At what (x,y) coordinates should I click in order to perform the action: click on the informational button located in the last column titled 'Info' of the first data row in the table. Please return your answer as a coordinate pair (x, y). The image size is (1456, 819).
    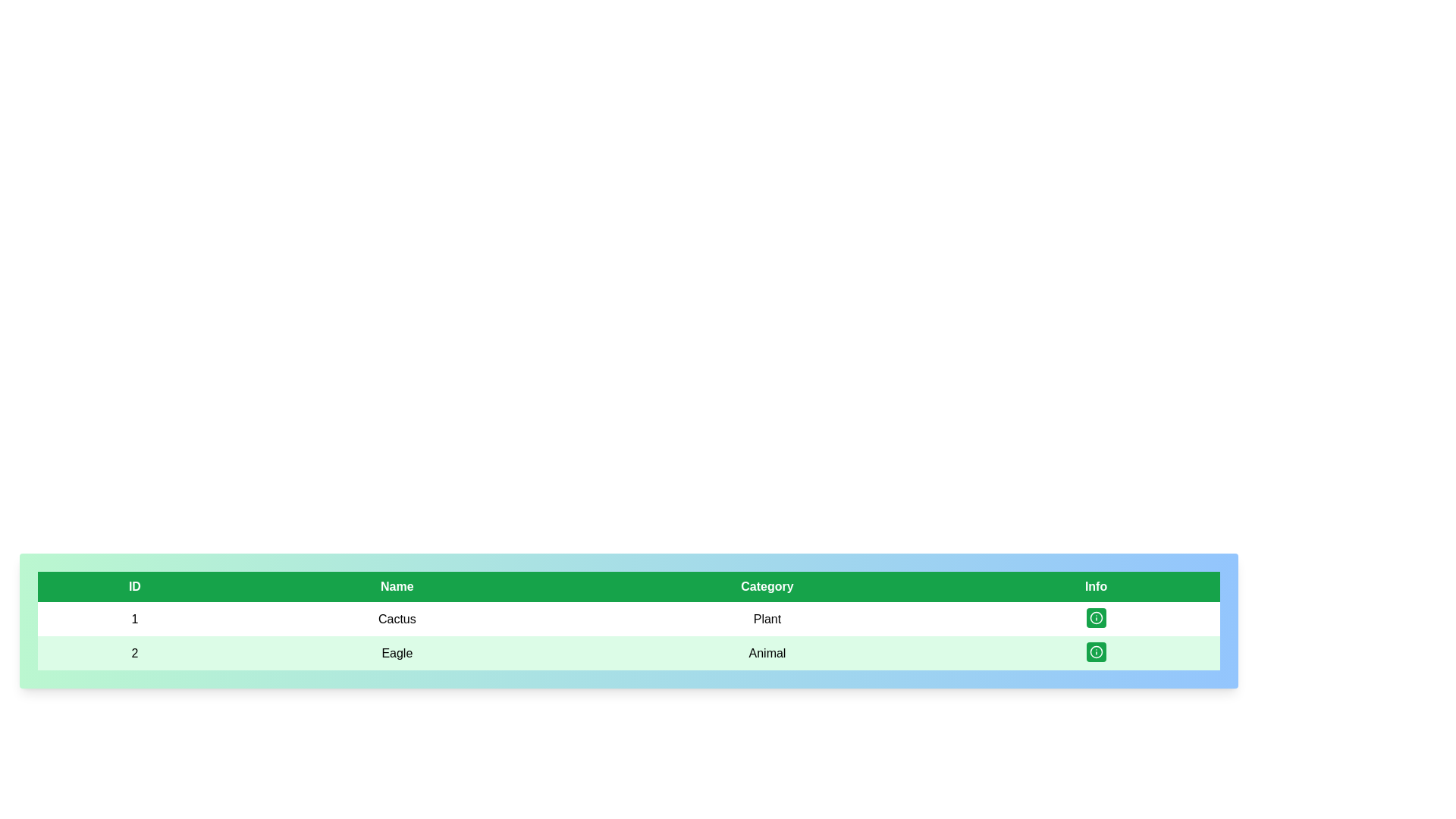
    Looking at the image, I should click on (1095, 617).